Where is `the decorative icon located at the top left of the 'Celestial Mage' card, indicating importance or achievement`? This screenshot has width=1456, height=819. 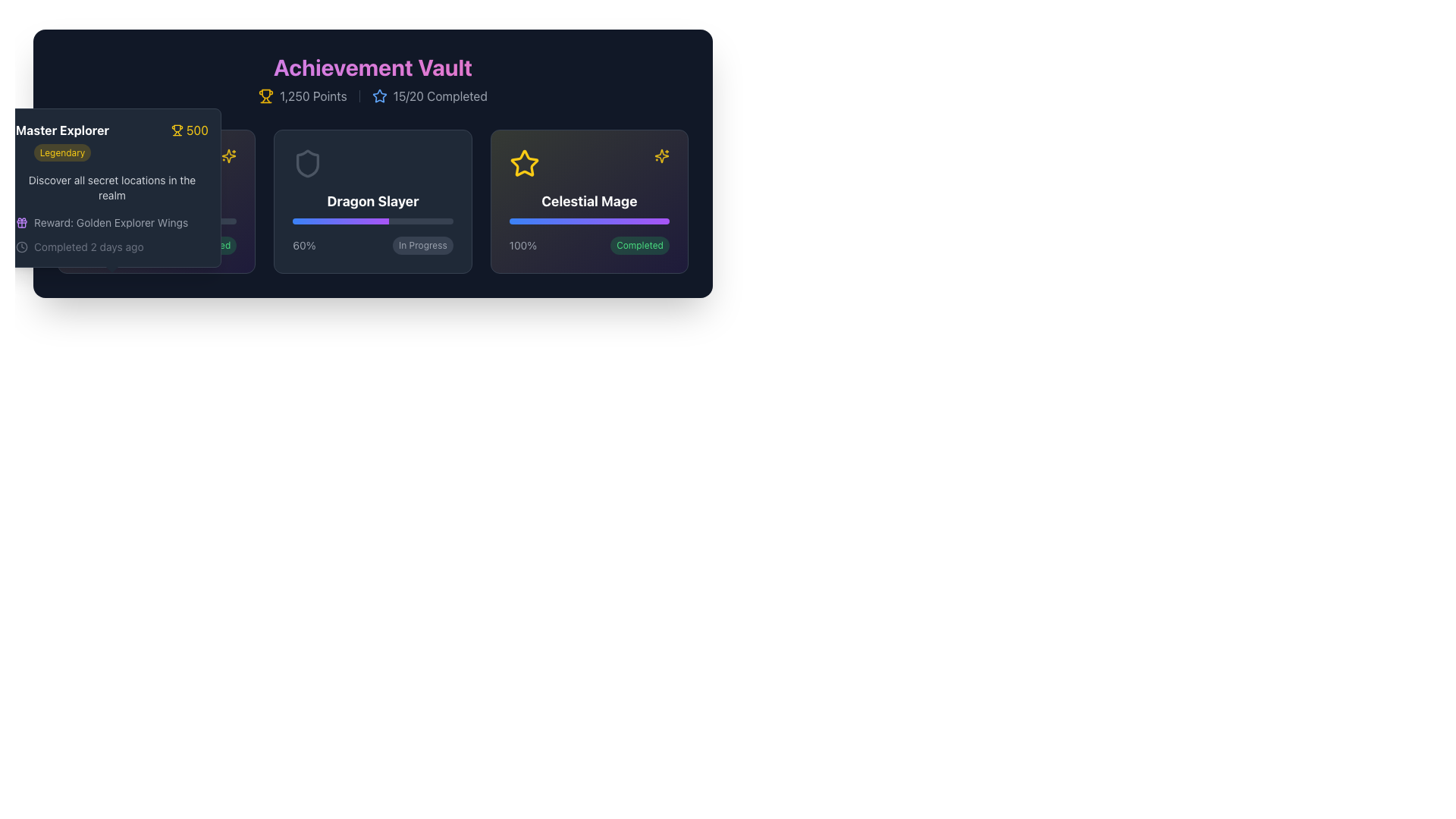 the decorative icon located at the top left of the 'Celestial Mage' card, indicating importance or achievement is located at coordinates (524, 164).